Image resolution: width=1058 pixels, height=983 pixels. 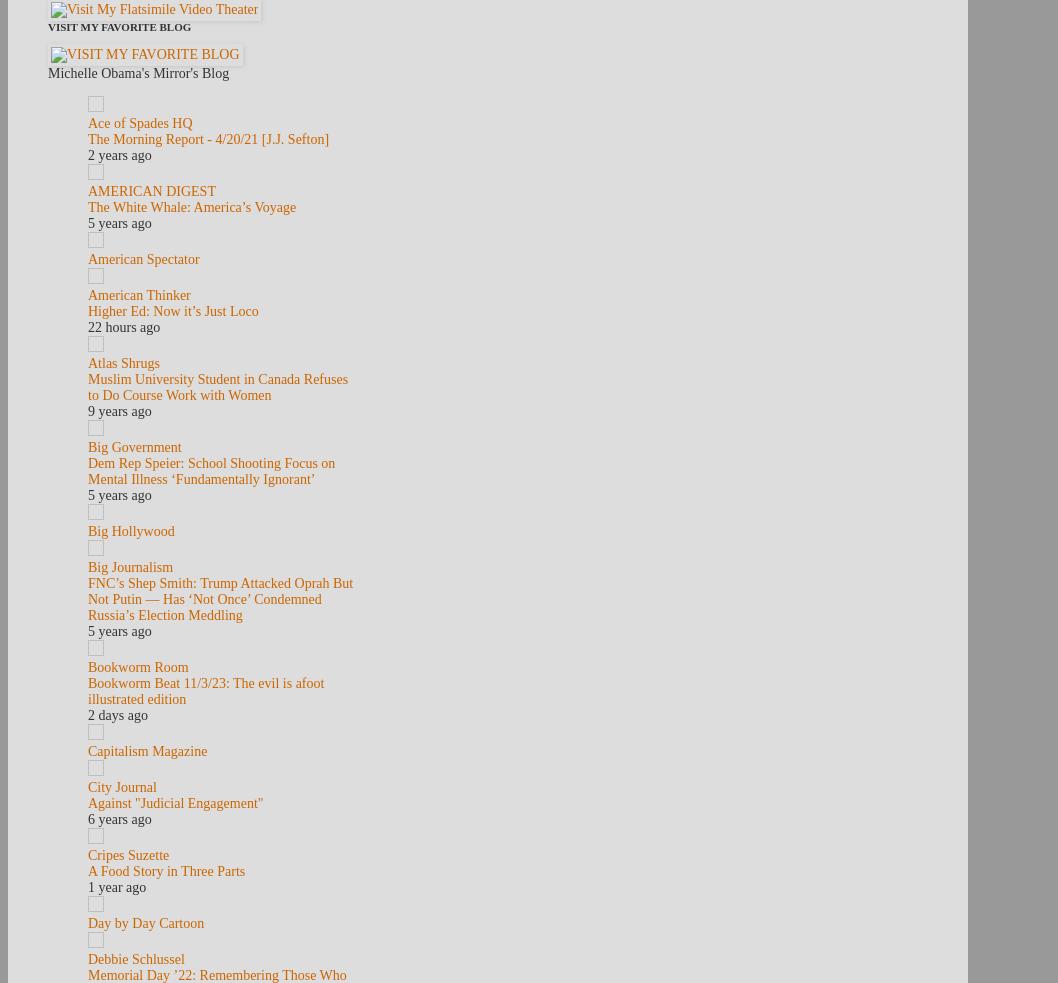 What do you see at coordinates (145, 923) in the screenshot?
I see `'Day by Day Cartoon'` at bounding box center [145, 923].